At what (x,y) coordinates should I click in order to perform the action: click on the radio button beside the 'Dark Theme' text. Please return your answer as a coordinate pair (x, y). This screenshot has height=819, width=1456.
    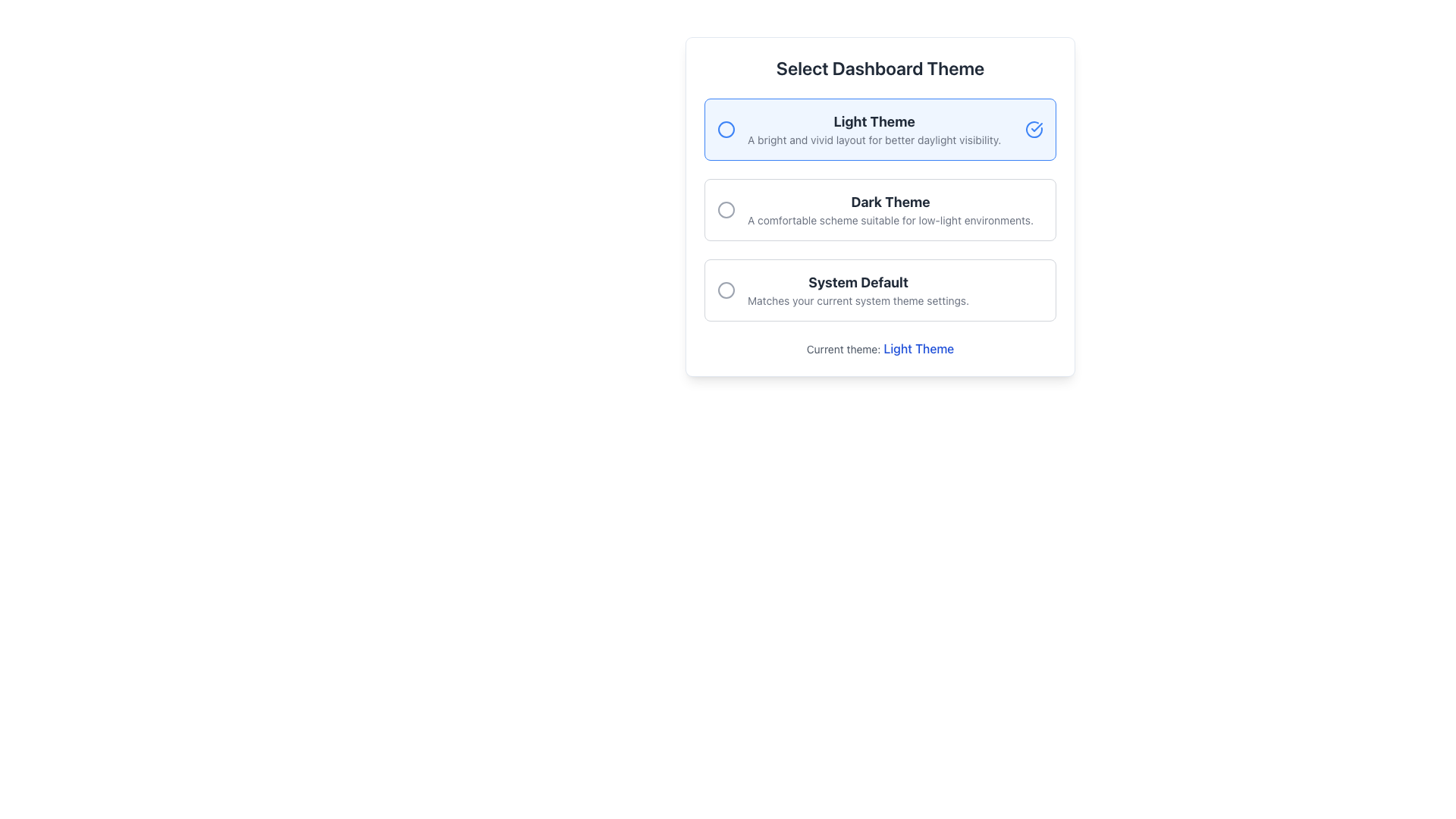
    Looking at the image, I should click on (890, 210).